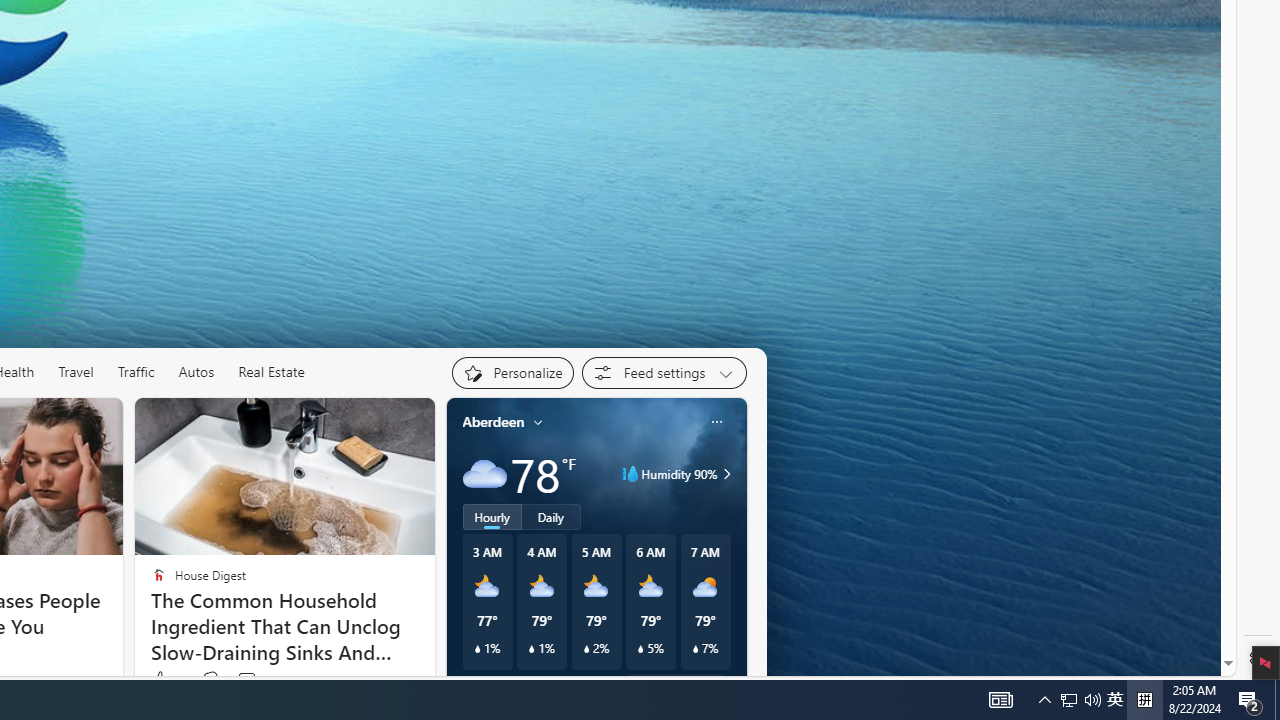 This screenshot has height=720, width=1280. I want to click on 'Feed settings', so click(664, 372).